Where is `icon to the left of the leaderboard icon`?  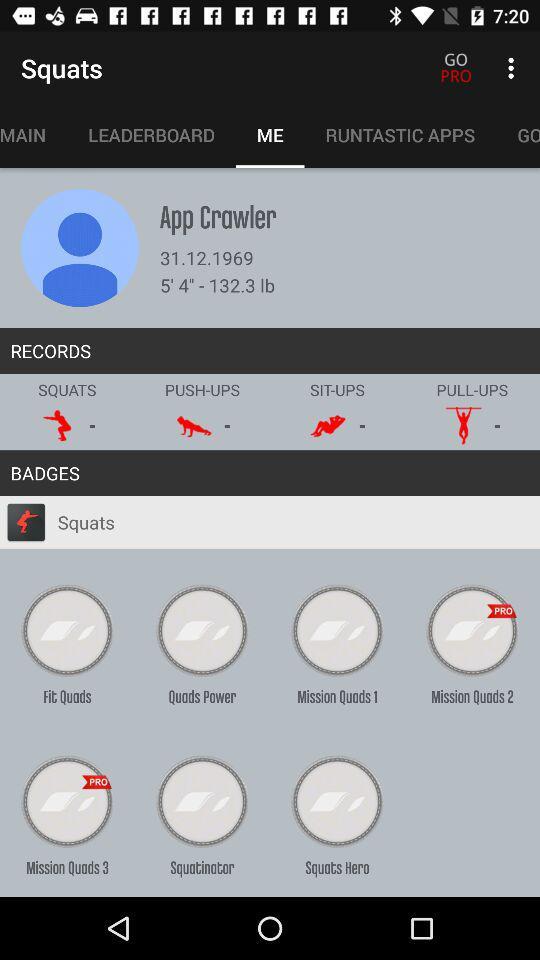 icon to the left of the leaderboard icon is located at coordinates (32, 134).